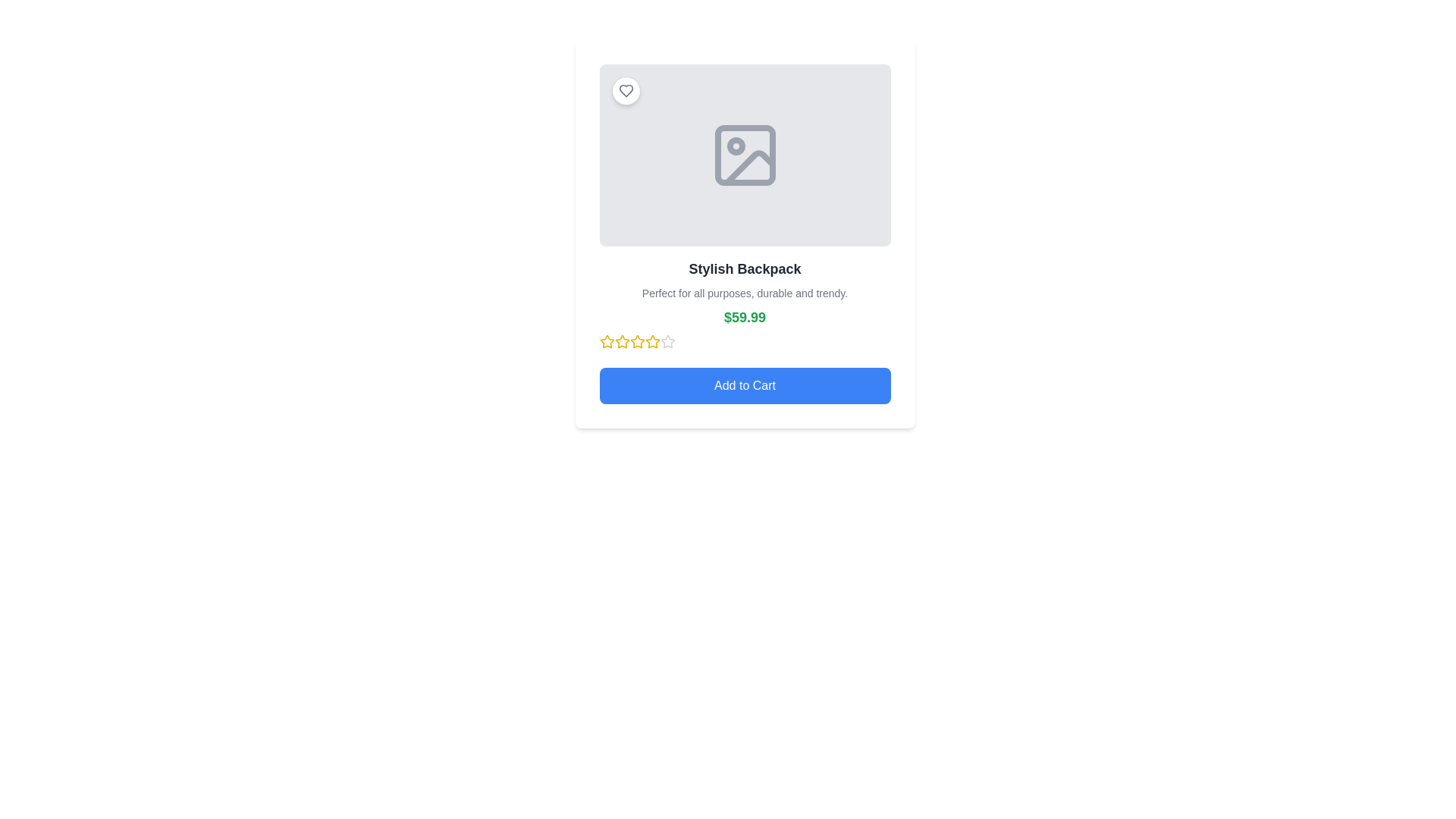 The width and height of the screenshot is (1456, 819). Describe the element at coordinates (667, 341) in the screenshot. I see `the second star icon in the rating sequence to set a two-star rating` at that location.